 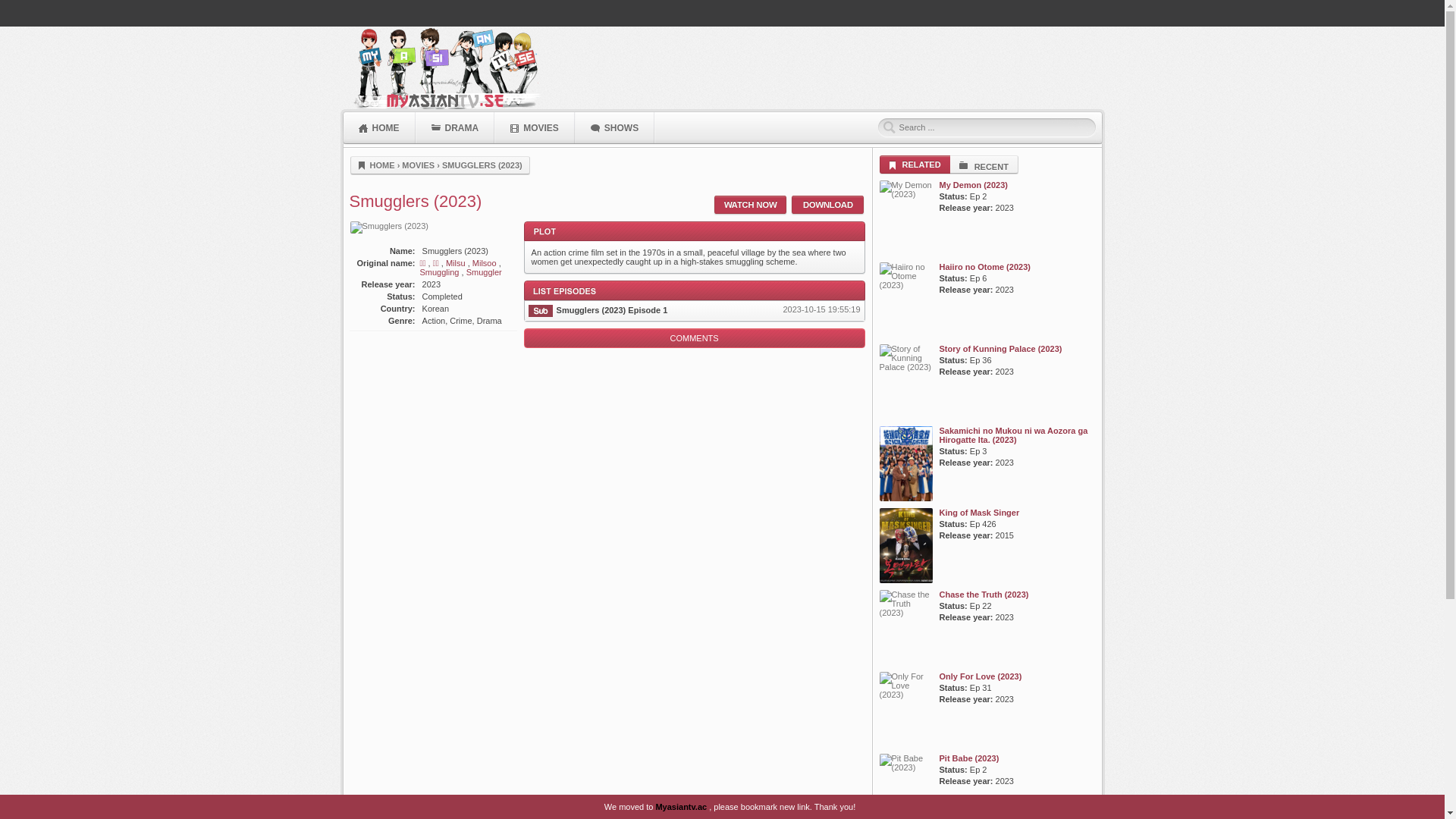 I want to click on 'My Demon (2023)', so click(x=972, y=184).